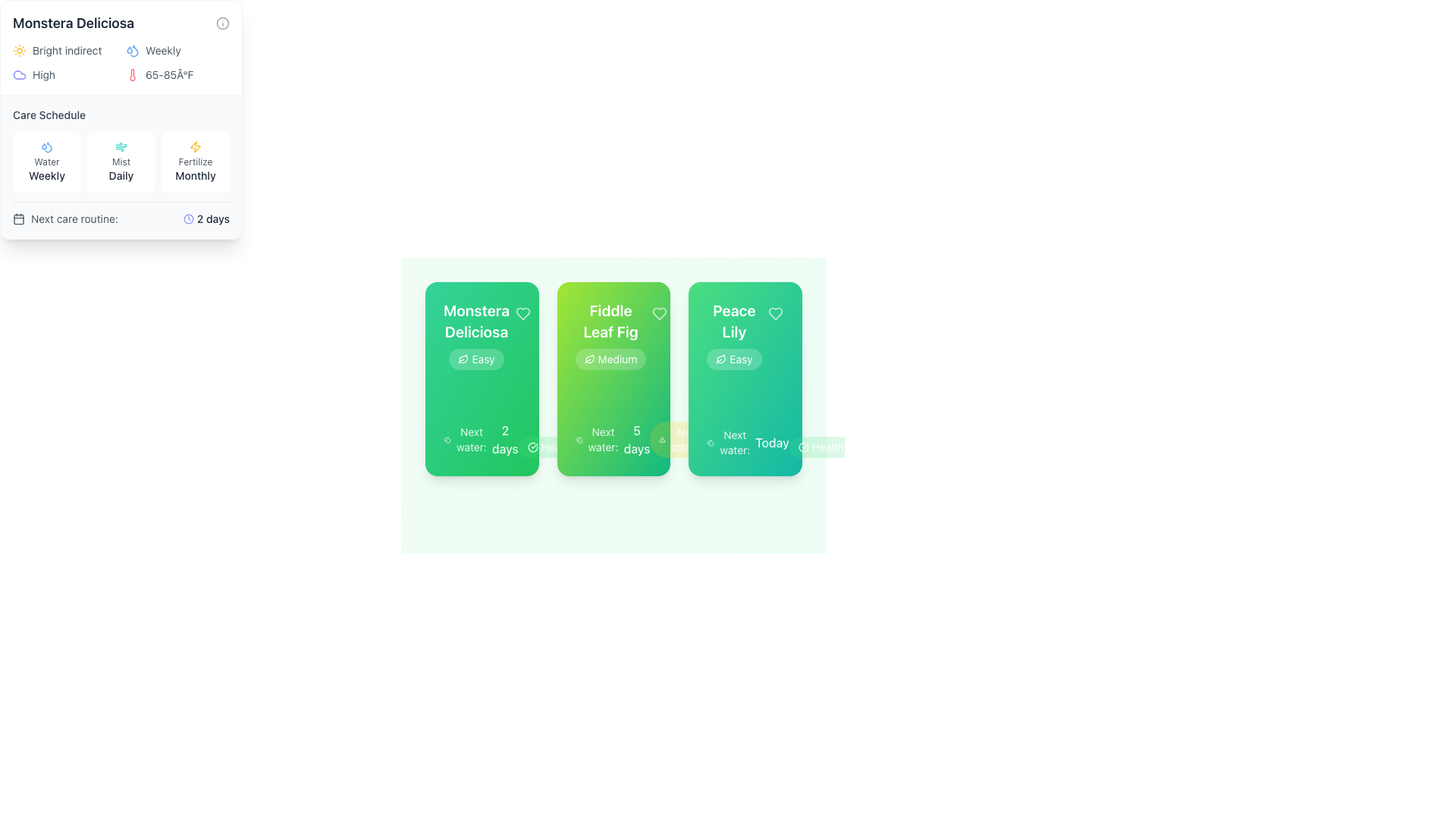 The height and width of the screenshot is (819, 1456). Describe the element at coordinates (475, 334) in the screenshot. I see `text of the Card title displaying 'Monstera Deliciosa' and its care difficulty level 'Easy', located at the top left of the green card, just below the heart-shaped icon` at that location.